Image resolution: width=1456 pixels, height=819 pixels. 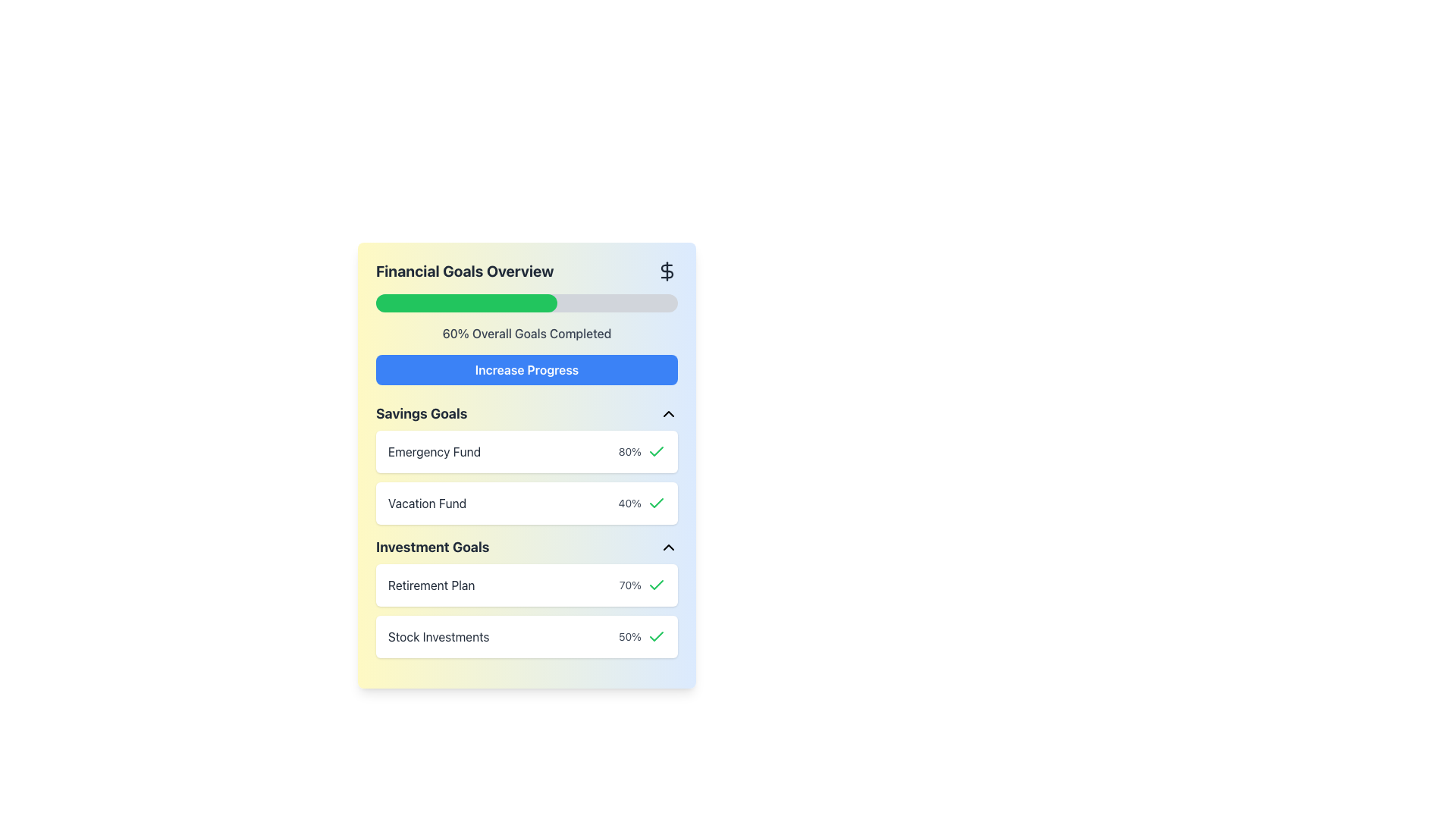 I want to click on the 'Increase Progress' button with bold white text on a blue background, so click(x=527, y=370).